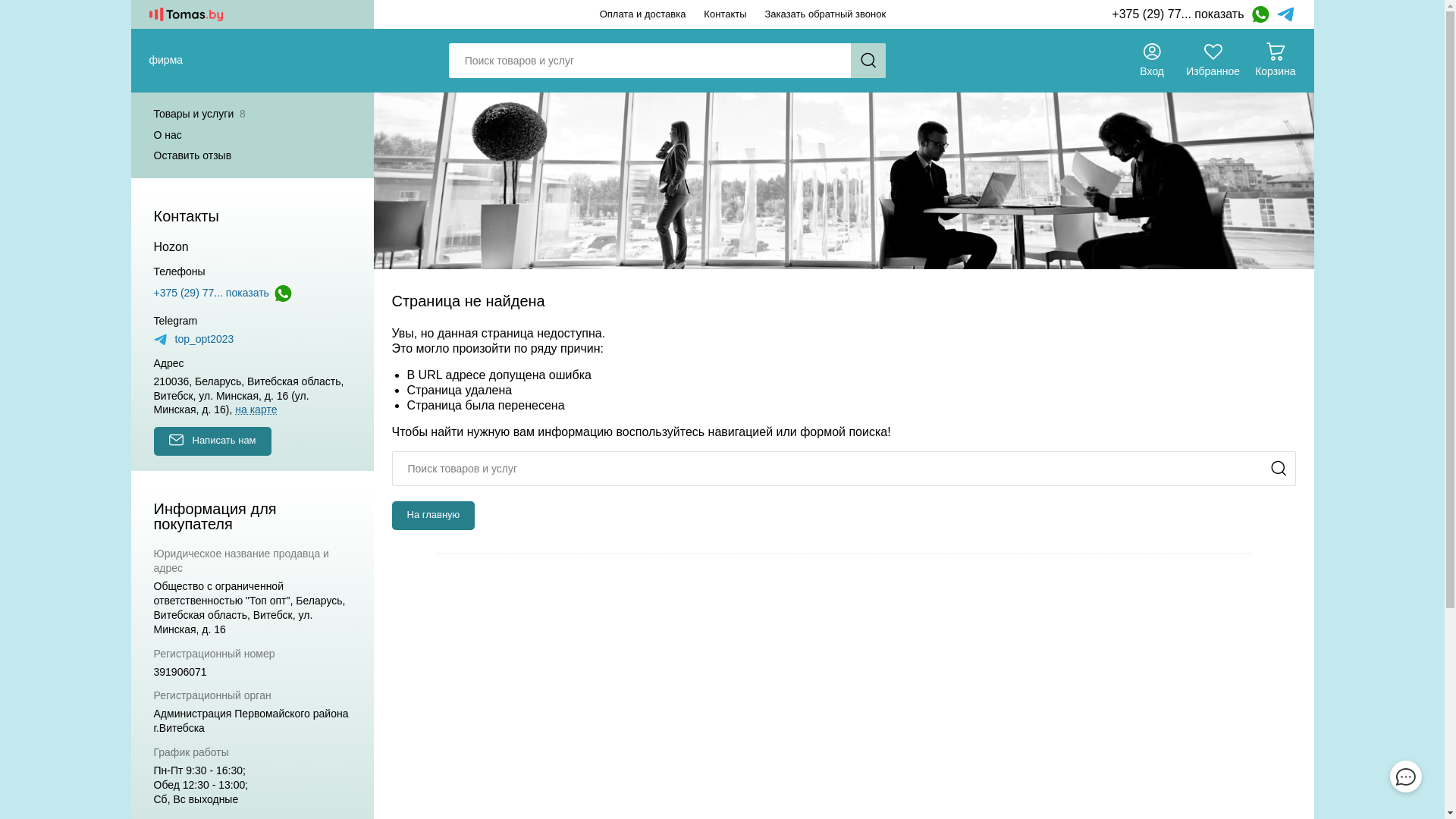 The width and height of the screenshot is (1456, 819). I want to click on 'top_opt2023', so click(192, 338).